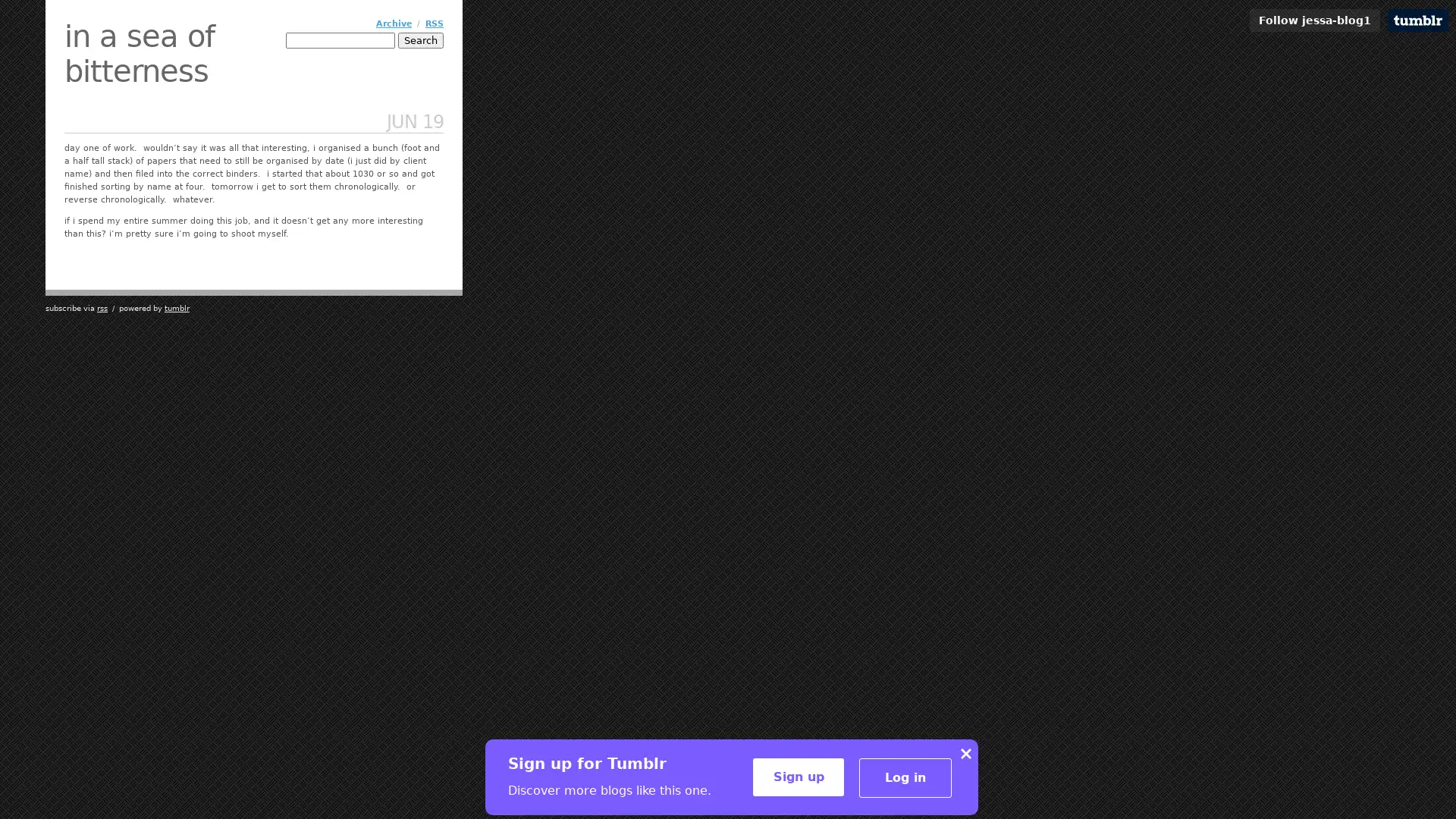  I want to click on Search, so click(421, 39).